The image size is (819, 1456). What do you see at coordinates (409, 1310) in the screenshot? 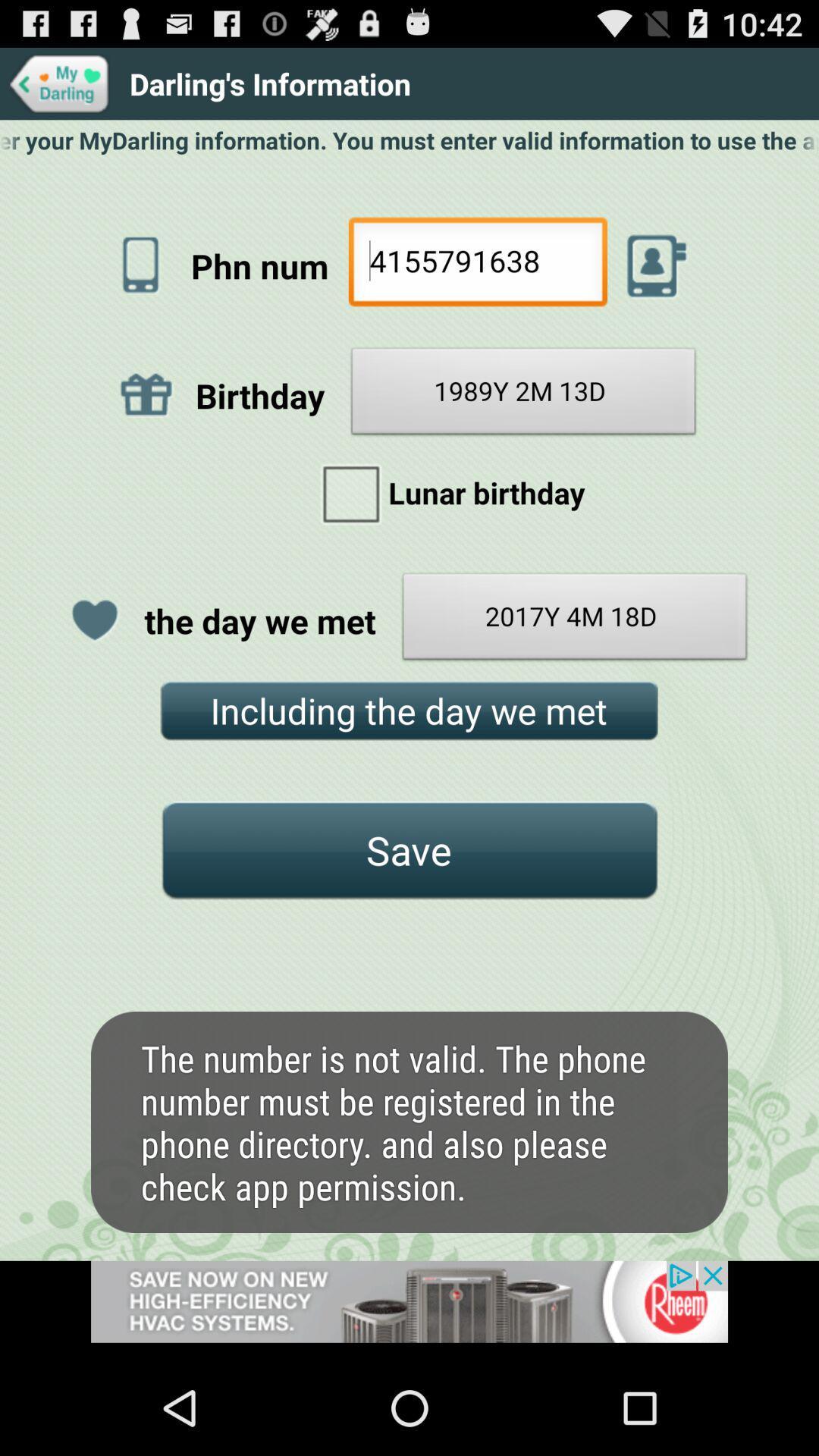
I see `advertisement page` at bounding box center [409, 1310].